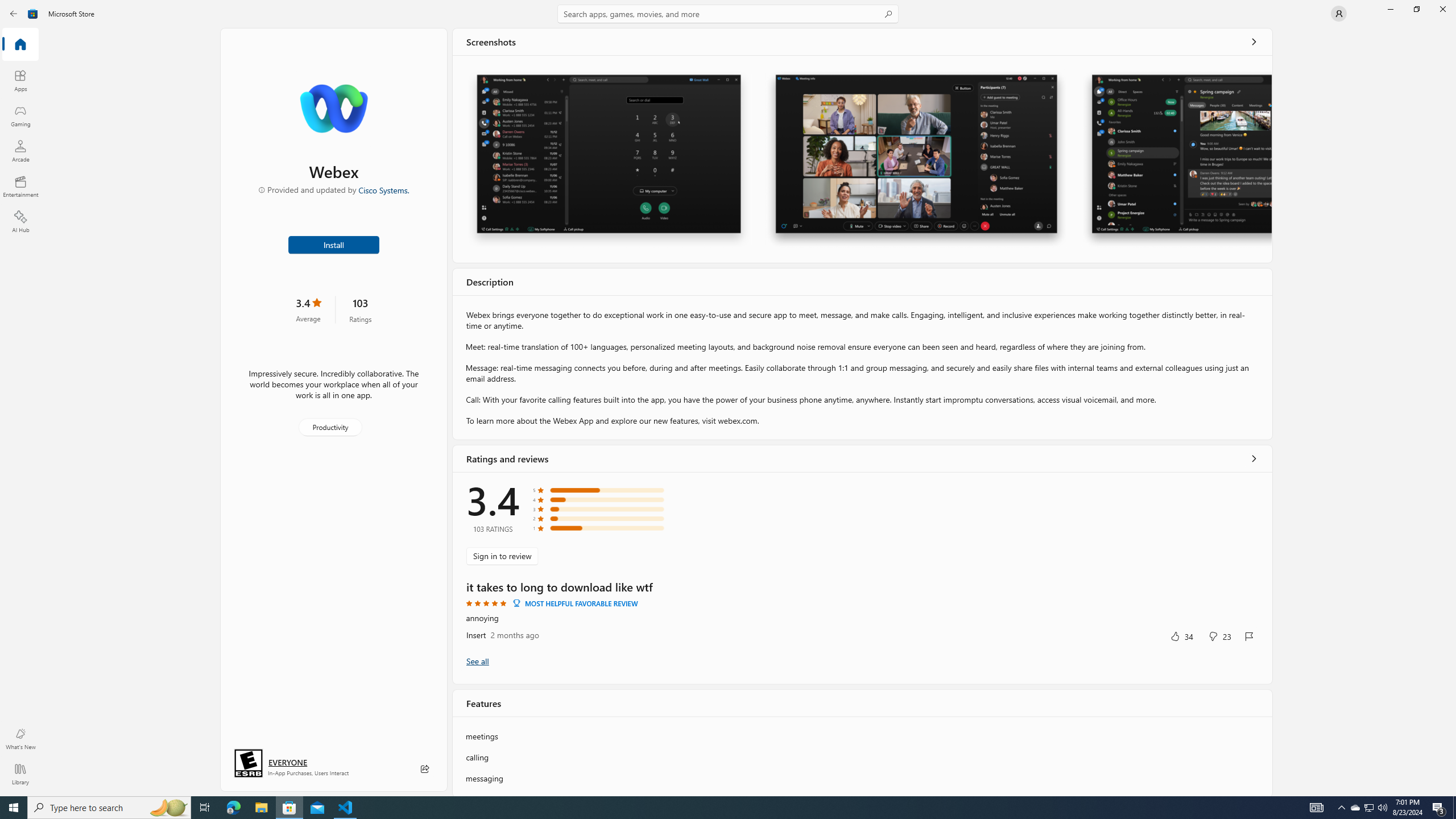 Image resolution: width=1456 pixels, height=819 pixels. Describe the element at coordinates (916, 159) in the screenshot. I see `'Screenshot 2'` at that location.